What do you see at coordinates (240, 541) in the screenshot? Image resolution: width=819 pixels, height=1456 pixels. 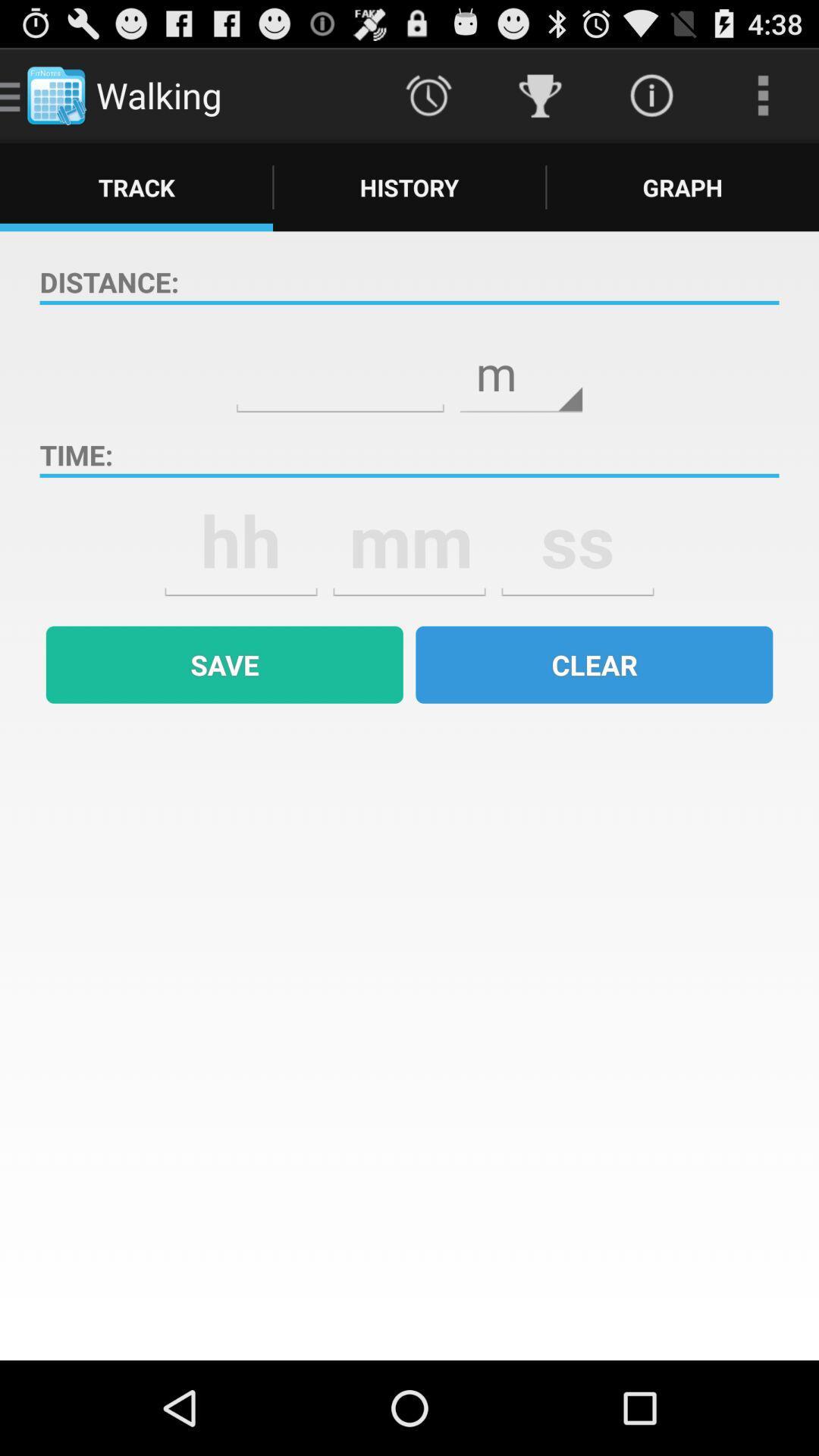 I see `hh` at bounding box center [240, 541].